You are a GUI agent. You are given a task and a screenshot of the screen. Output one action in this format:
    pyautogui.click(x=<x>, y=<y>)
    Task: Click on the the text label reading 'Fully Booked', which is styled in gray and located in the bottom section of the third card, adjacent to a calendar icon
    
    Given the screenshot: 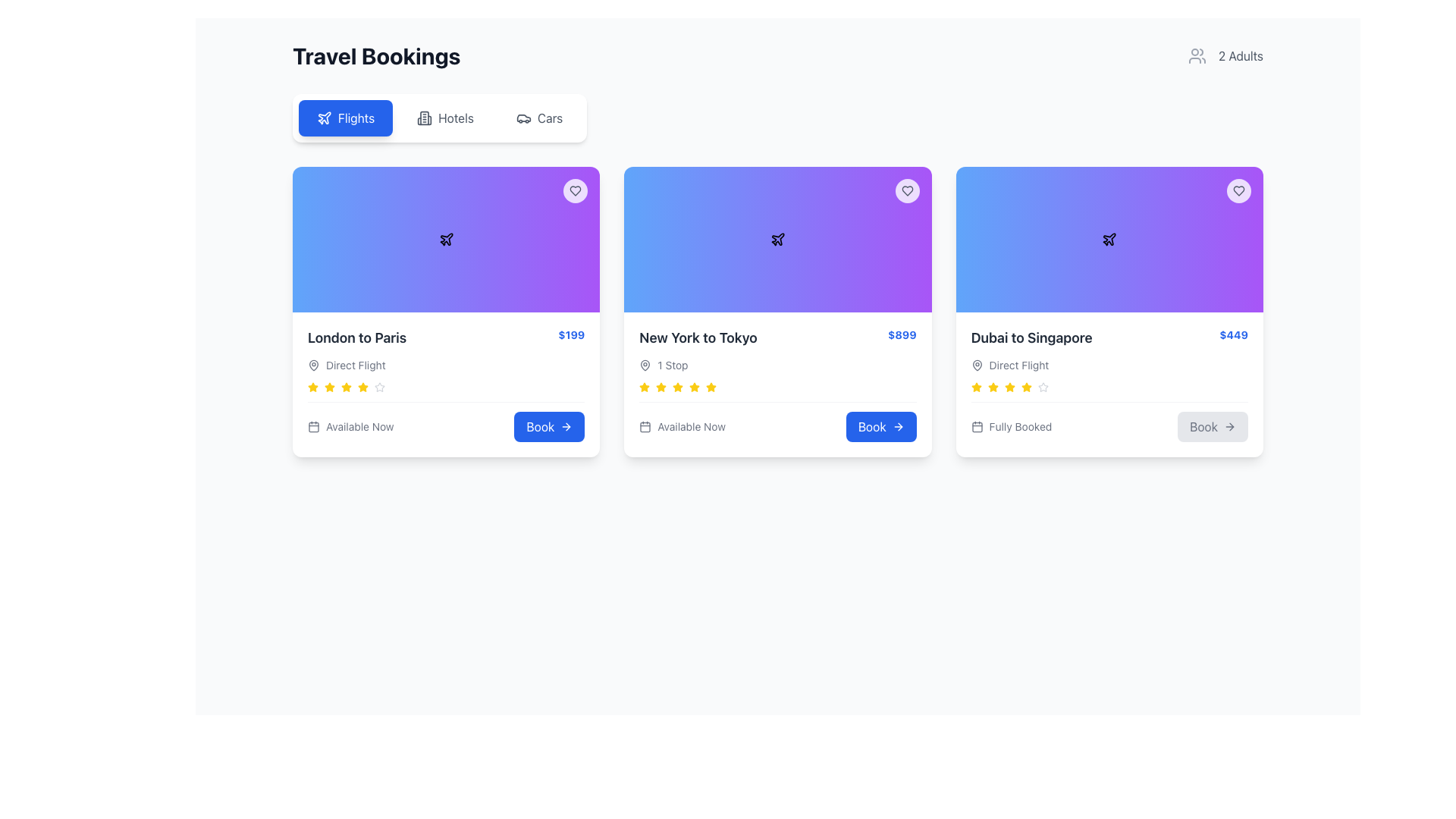 What is the action you would take?
    pyautogui.click(x=1020, y=427)
    